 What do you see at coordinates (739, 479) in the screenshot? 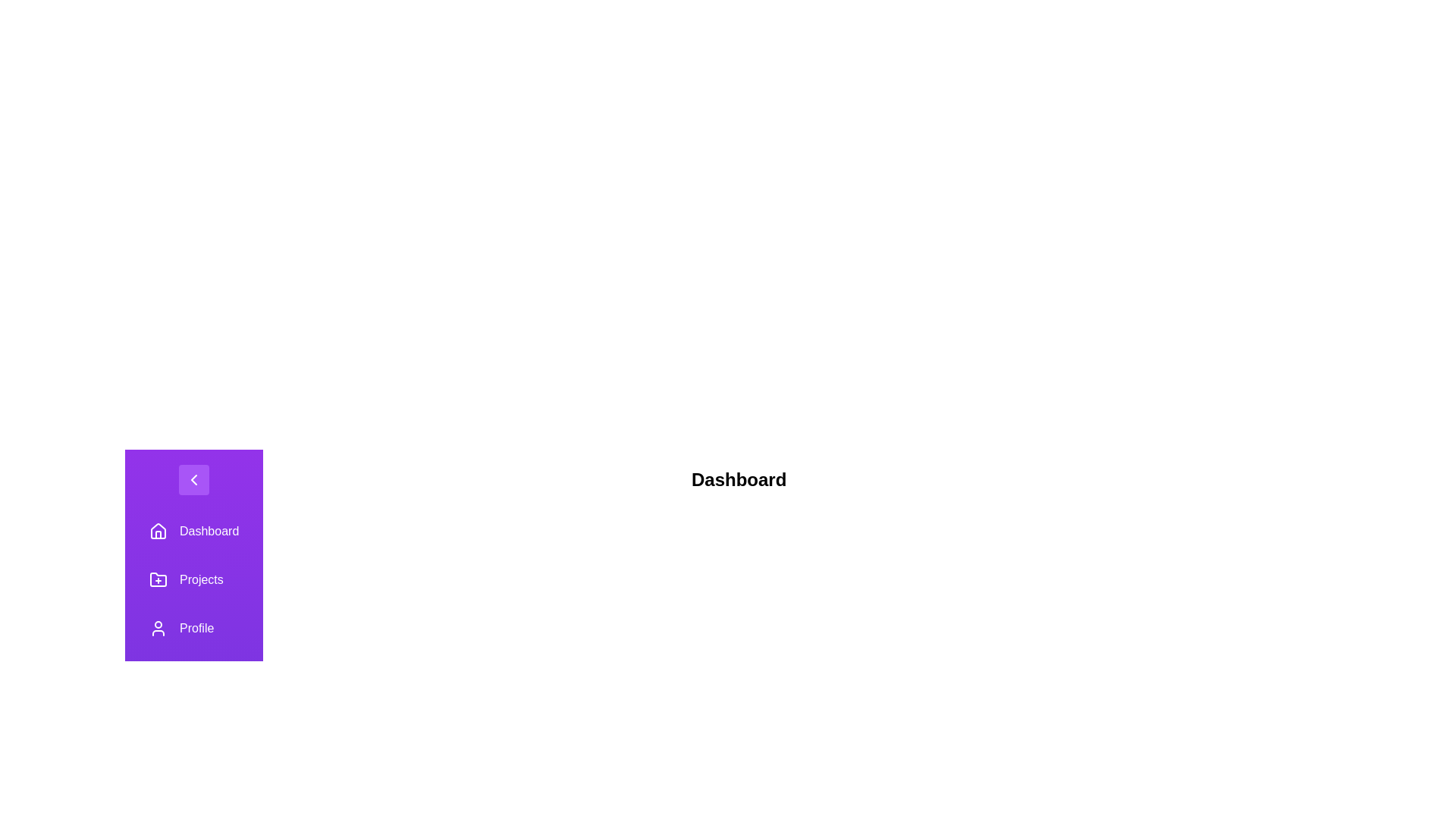
I see `the 'Dashboard' title text label` at bounding box center [739, 479].